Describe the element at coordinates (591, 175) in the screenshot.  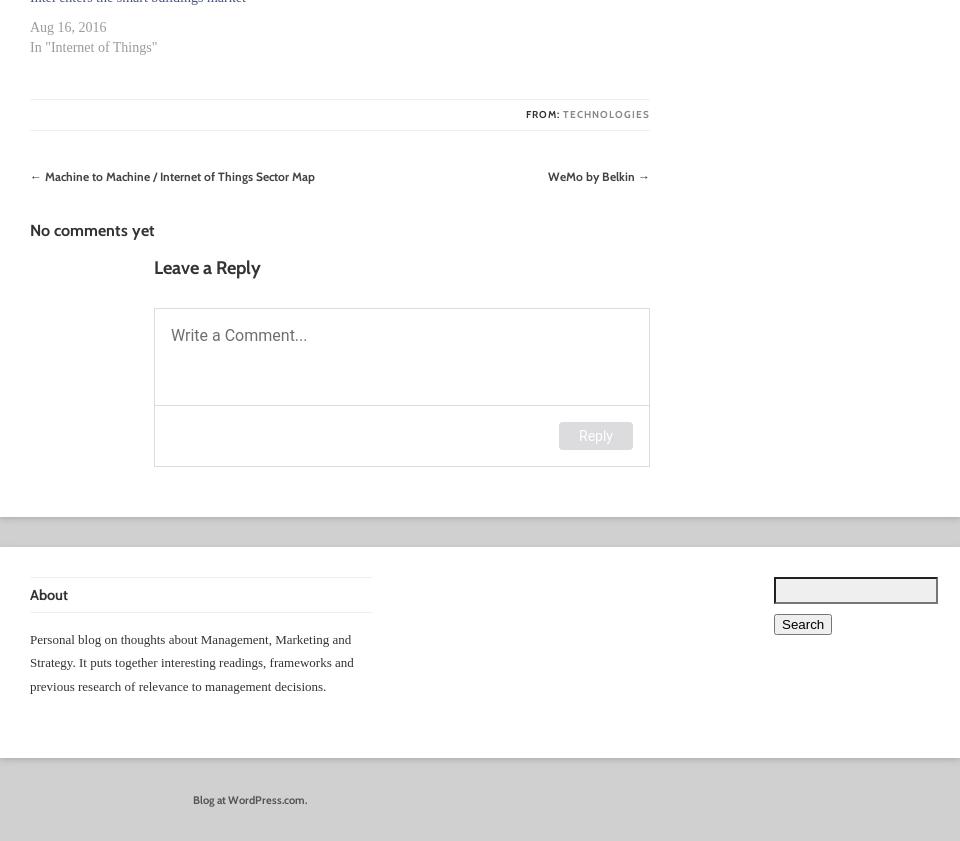
I see `'WeMo by Belkin'` at that location.